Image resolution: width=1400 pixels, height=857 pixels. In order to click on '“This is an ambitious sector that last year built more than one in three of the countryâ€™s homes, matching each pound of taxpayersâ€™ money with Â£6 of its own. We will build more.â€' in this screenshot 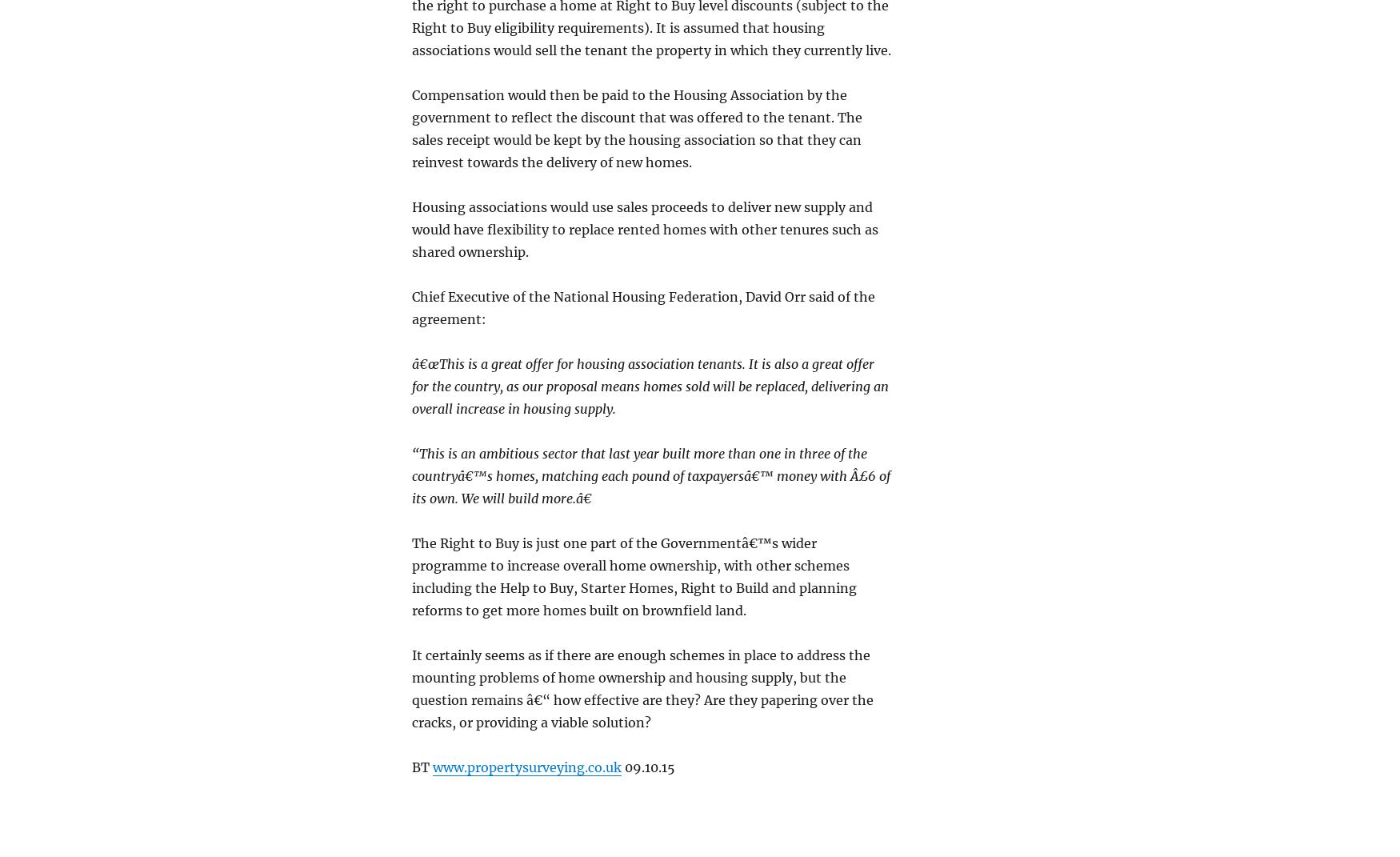, I will do `click(650, 475)`.